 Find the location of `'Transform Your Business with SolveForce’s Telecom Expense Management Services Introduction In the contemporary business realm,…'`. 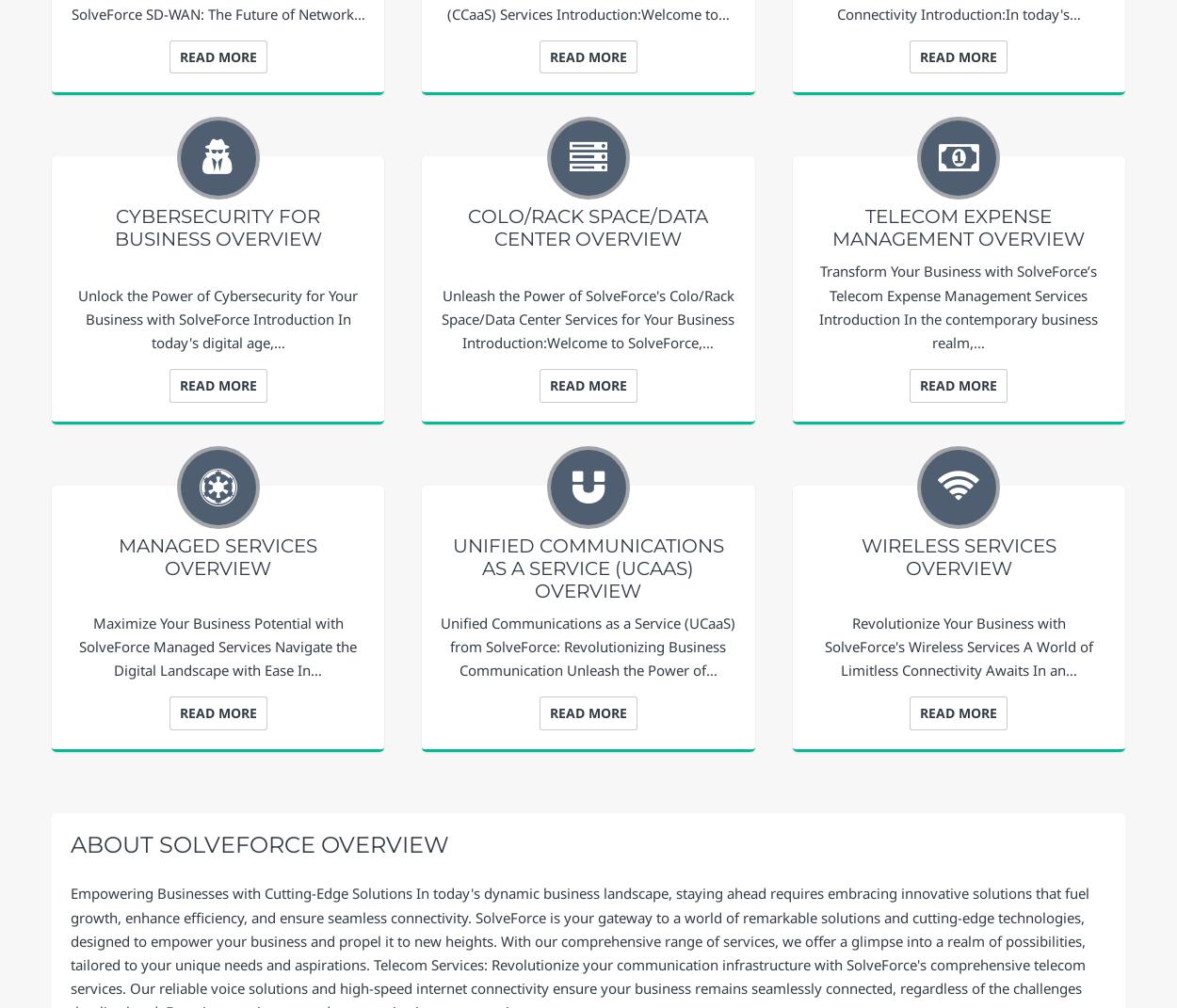

'Transform Your Business with SolveForce’s Telecom Expense Management Services Introduction In the contemporary business realm,…' is located at coordinates (817, 305).